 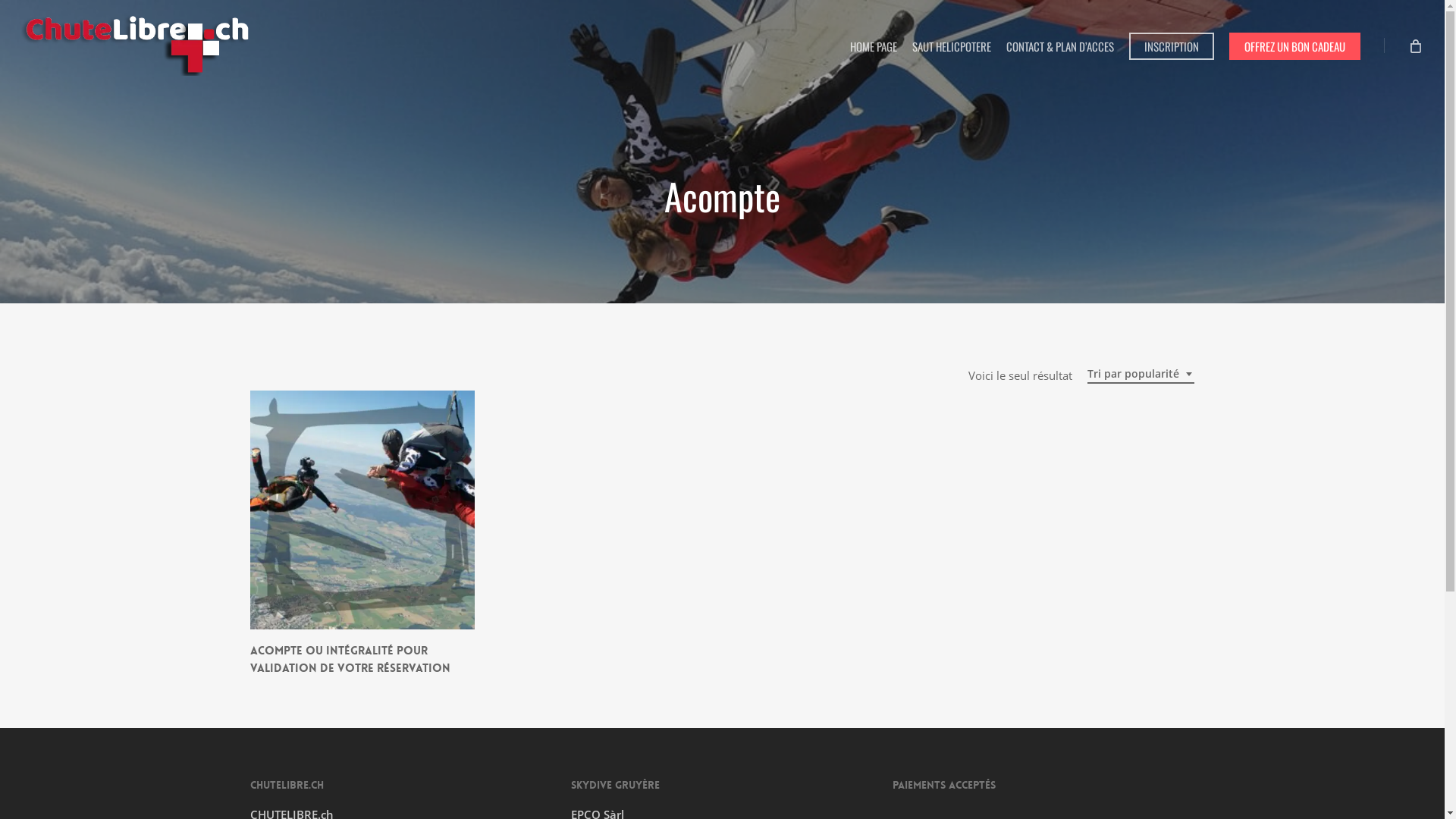 I want to click on 'INSCRIPTION', so click(x=1171, y=45).